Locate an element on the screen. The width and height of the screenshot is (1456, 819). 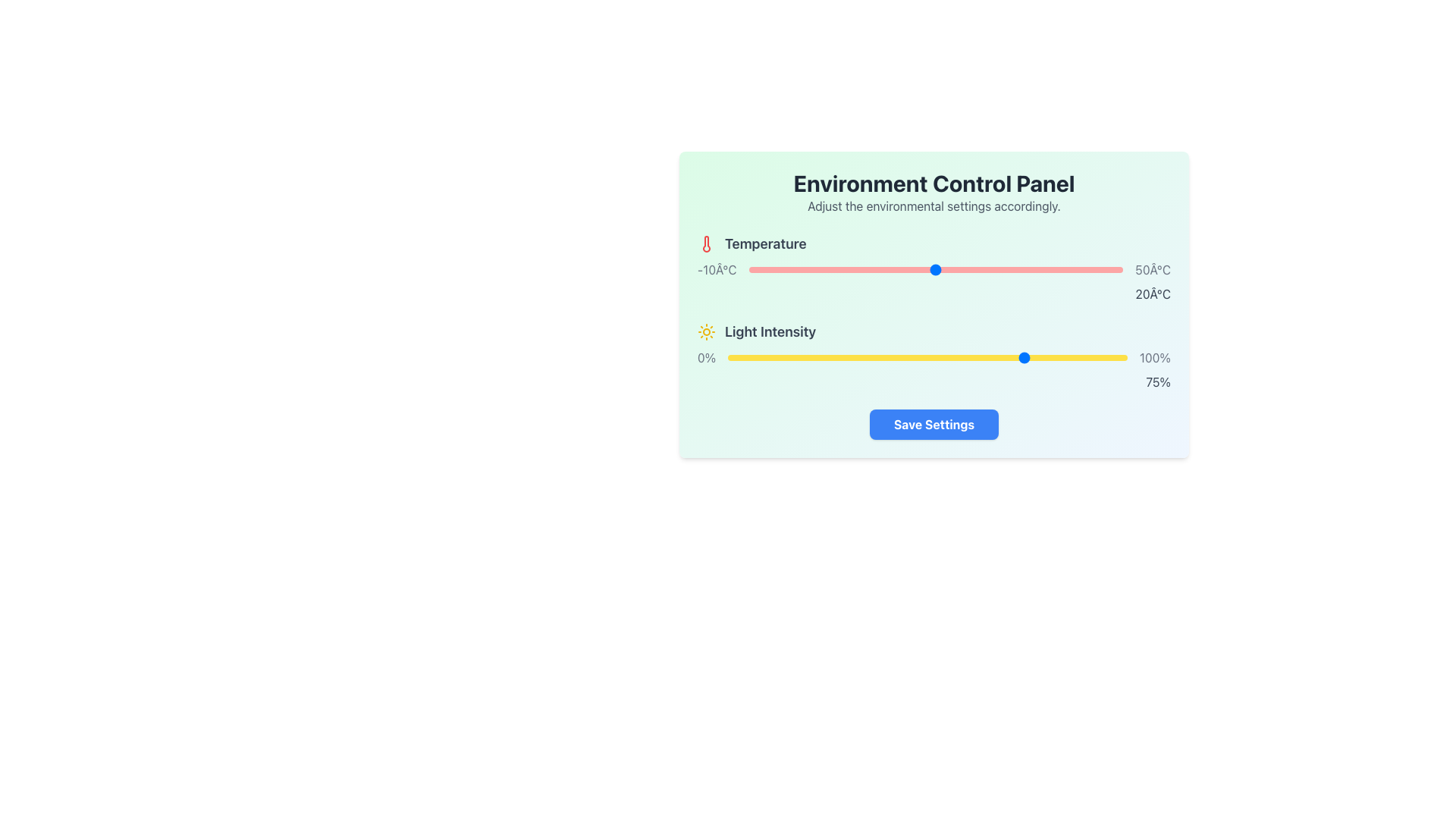
light intensity is located at coordinates (1038, 357).